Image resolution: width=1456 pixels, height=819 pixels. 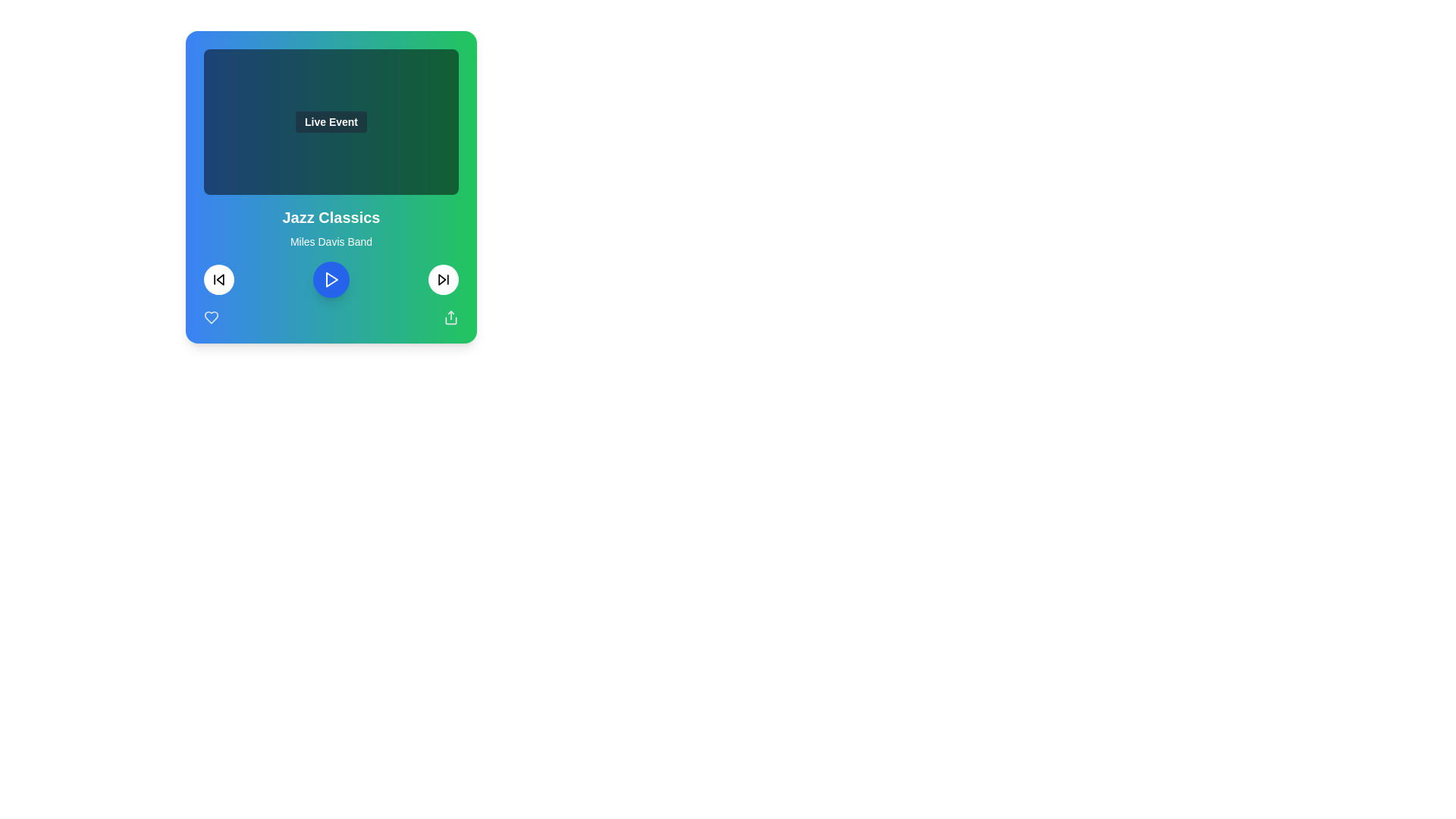 What do you see at coordinates (331, 280) in the screenshot?
I see `the play button icon, which is a triangle centered within a blue circle in the music player interface` at bounding box center [331, 280].